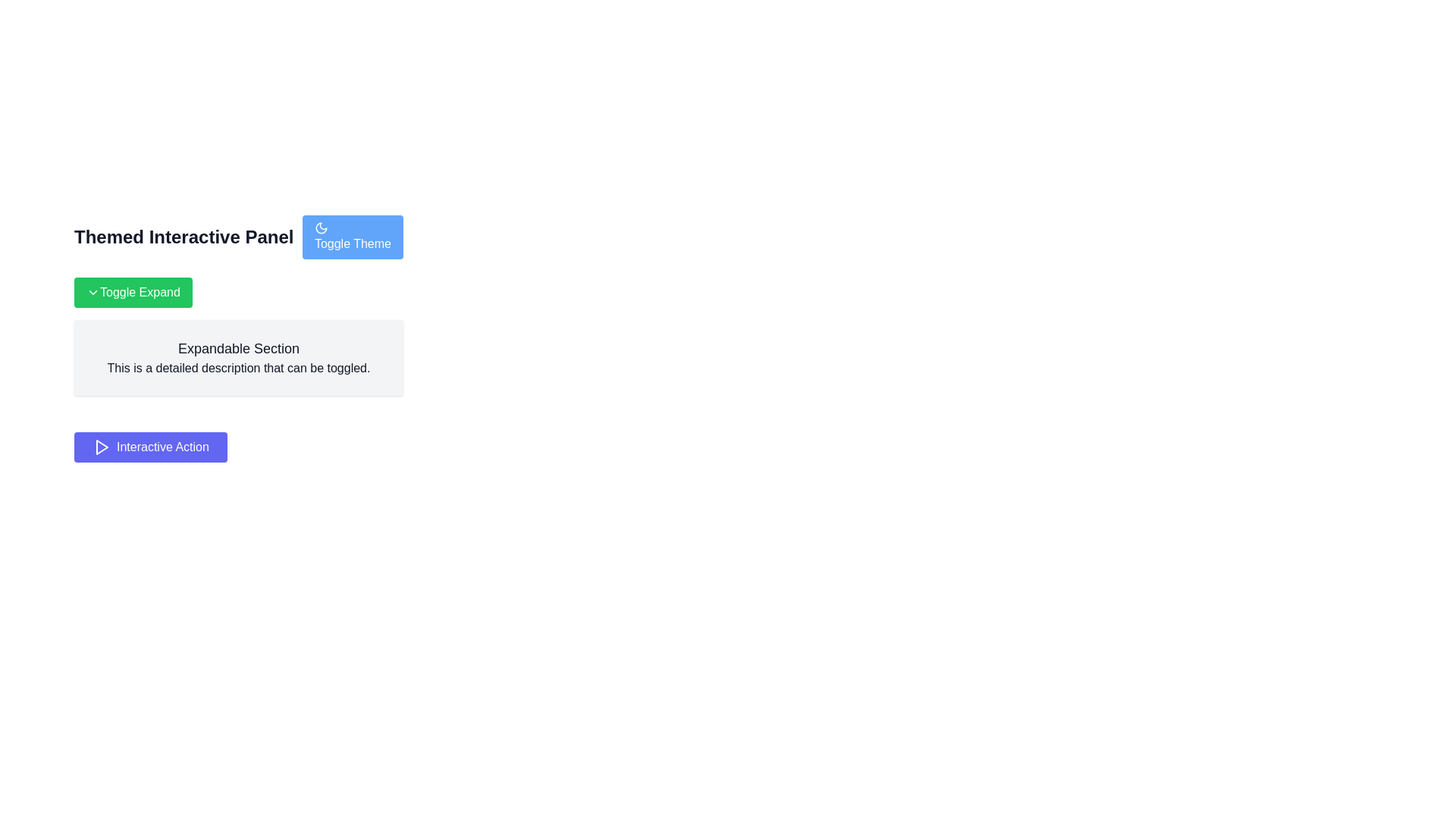 This screenshot has height=819, width=1456. What do you see at coordinates (238, 348) in the screenshot?
I see `the Text Label that serves as a heading for the expandable section, located within a gray box and below the green 'Toggle Expand' button` at bounding box center [238, 348].